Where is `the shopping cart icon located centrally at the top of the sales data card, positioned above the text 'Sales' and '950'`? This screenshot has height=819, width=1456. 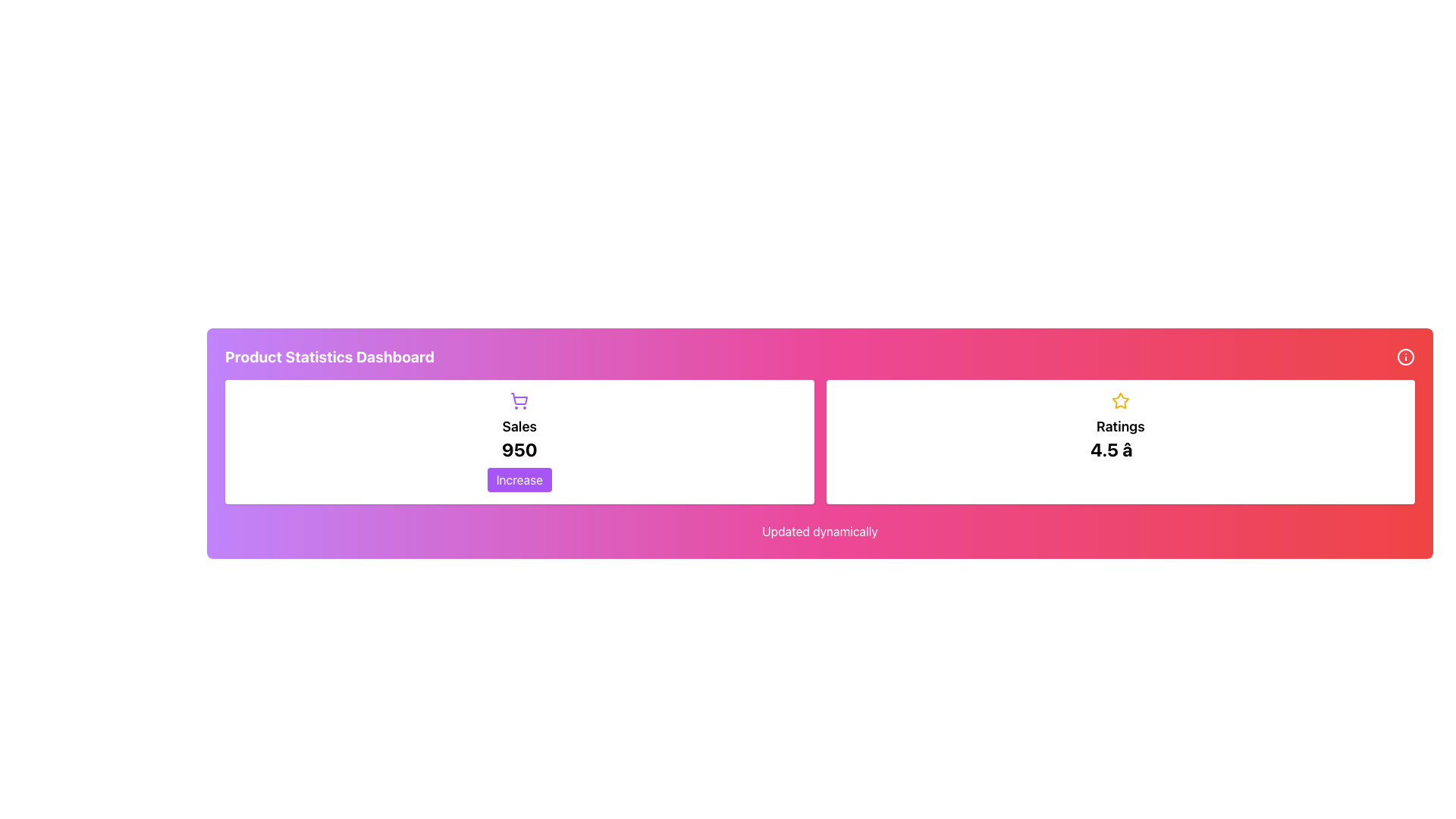
the shopping cart icon located centrally at the top of the sales data card, positioned above the text 'Sales' and '950' is located at coordinates (519, 400).